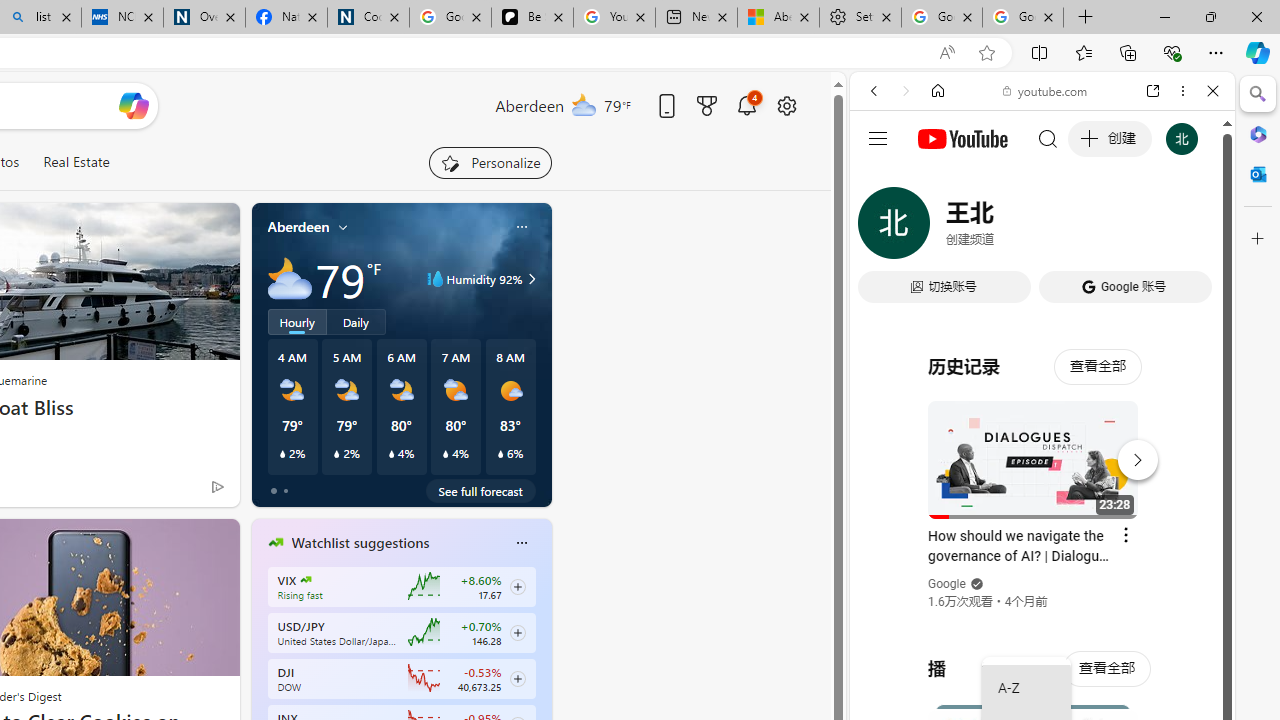 This screenshot has width=1280, height=720. Describe the element at coordinates (1041, 543) in the screenshot. I see `'Music'` at that location.